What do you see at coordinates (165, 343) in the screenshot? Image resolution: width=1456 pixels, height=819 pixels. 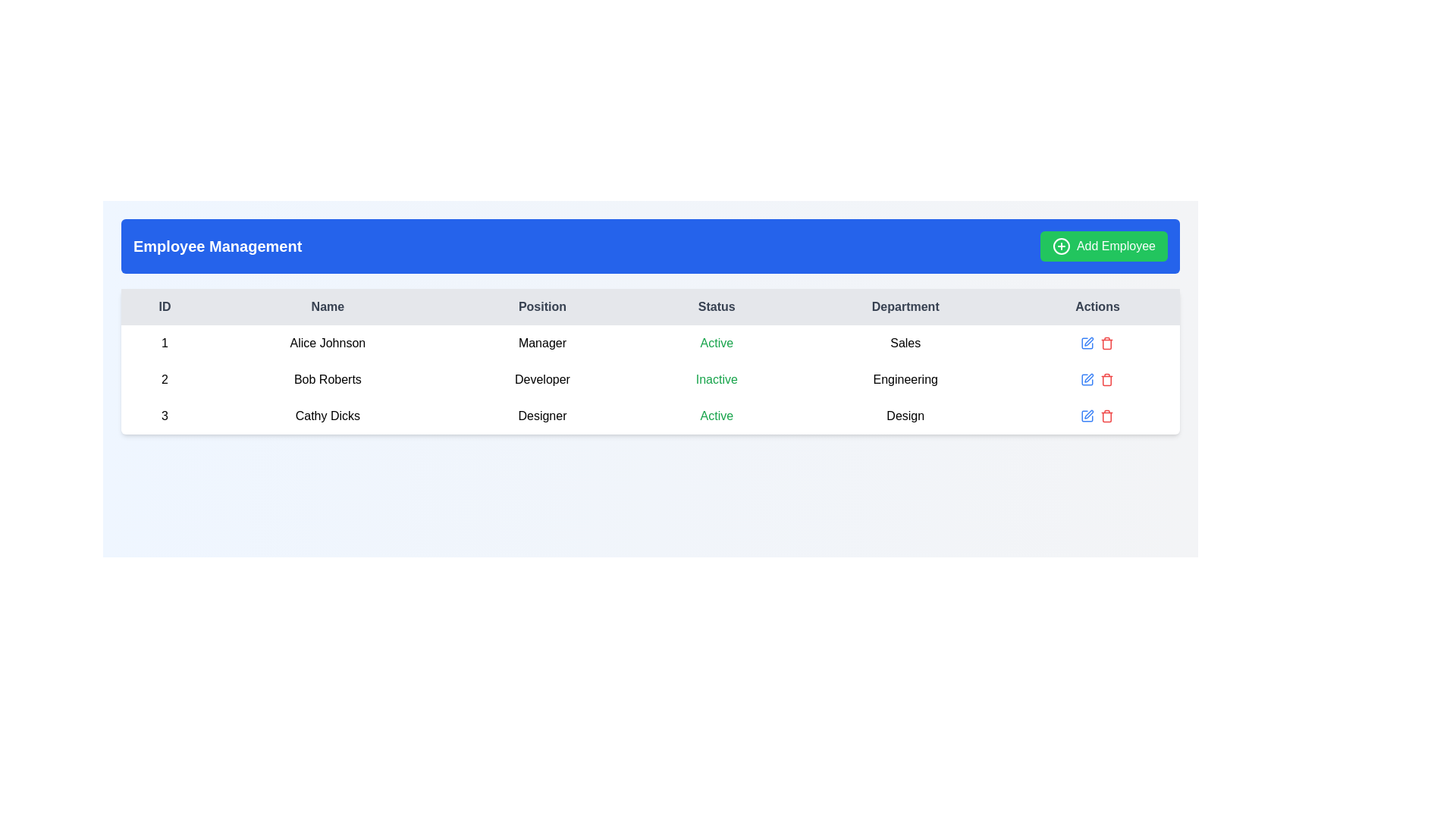 I see `value '1' from the Table Cell located in the first row of the ID column, which serves as an identifier for the row` at bounding box center [165, 343].